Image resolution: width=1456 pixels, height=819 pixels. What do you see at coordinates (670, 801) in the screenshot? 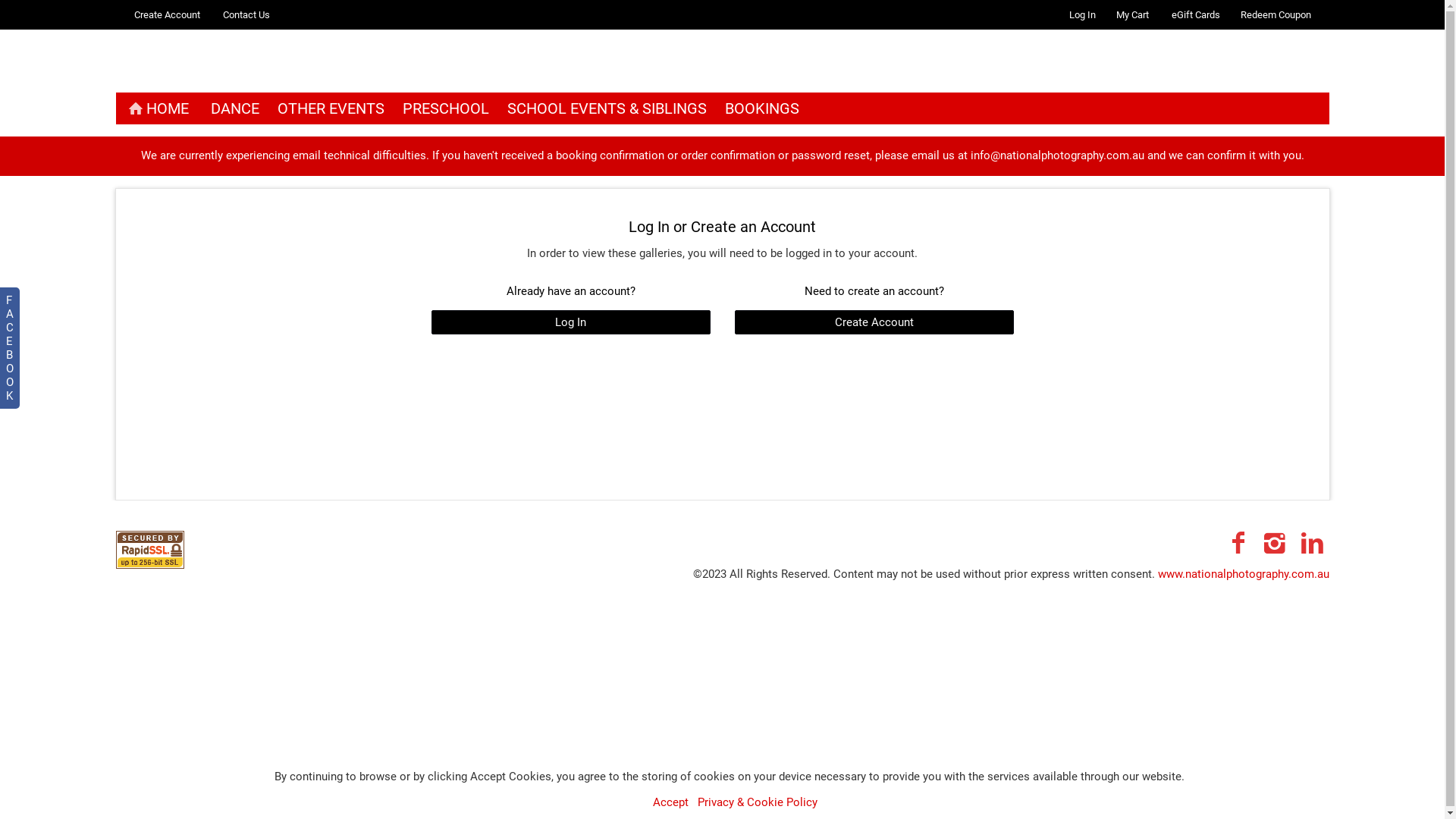
I see `'Accept'` at bounding box center [670, 801].